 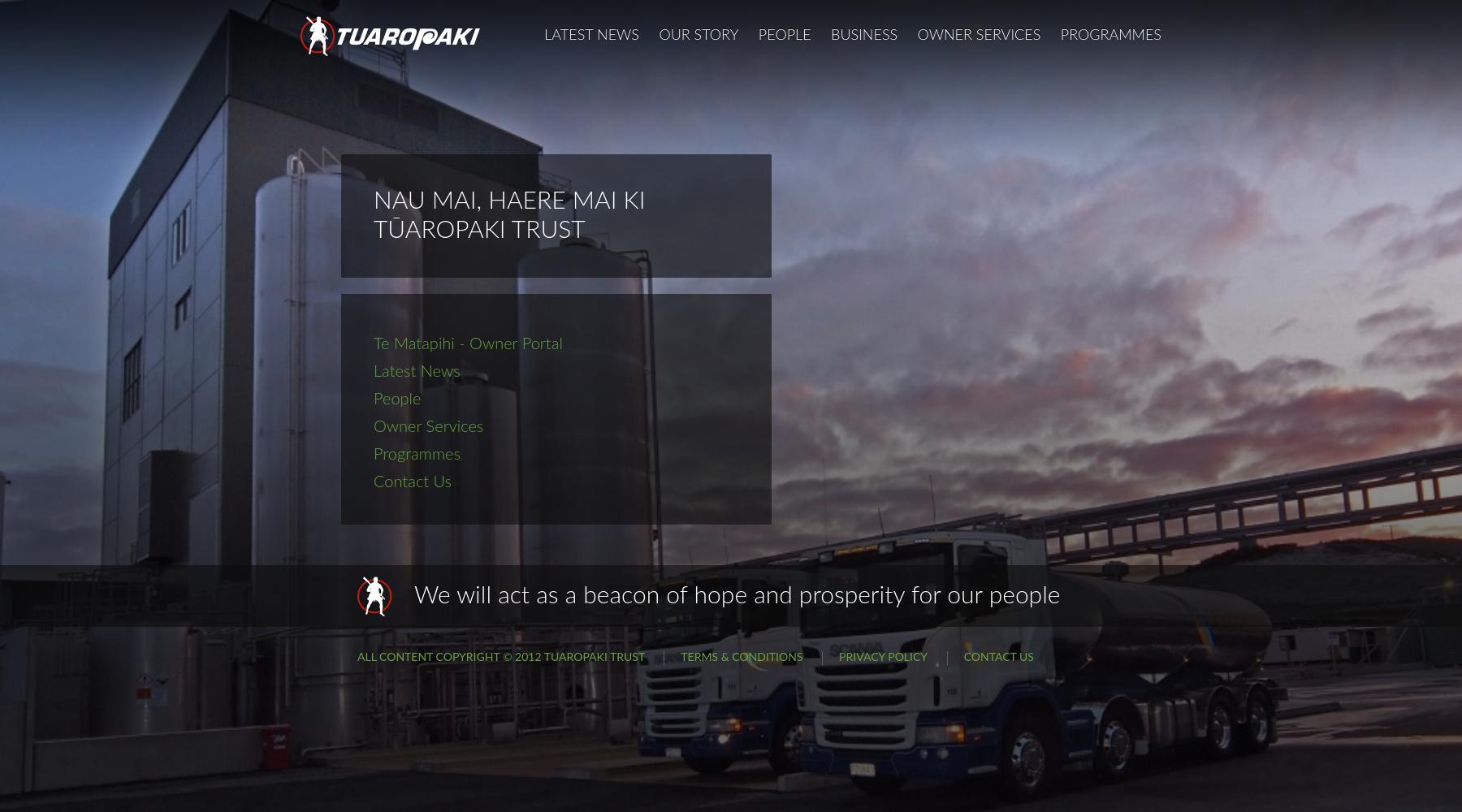 What do you see at coordinates (468, 344) in the screenshot?
I see `'Te Matapihi - Owner Portal'` at bounding box center [468, 344].